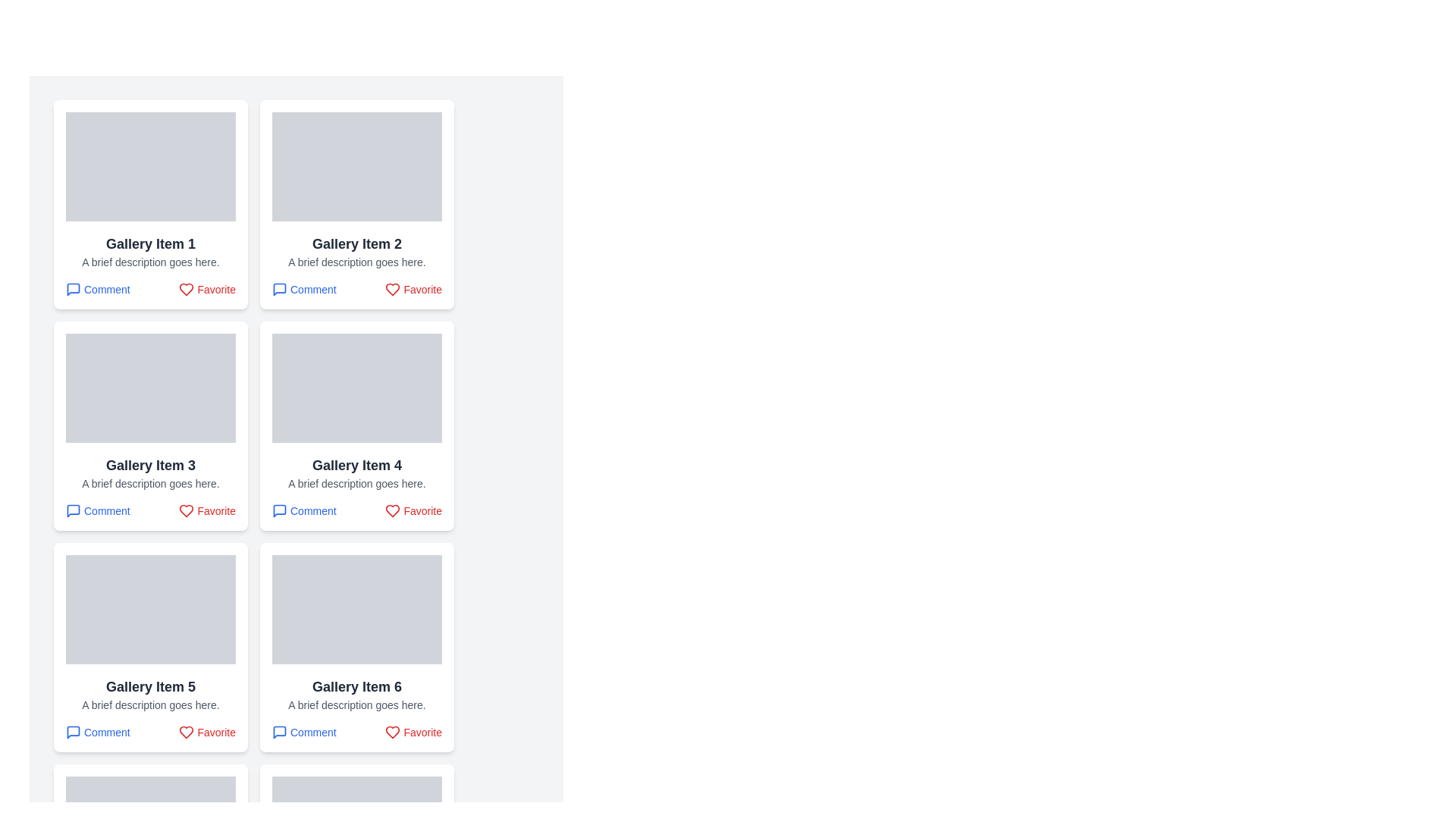 The image size is (1456, 819). What do you see at coordinates (72, 511) in the screenshot?
I see `the comment icon located on the left side of the 'Comment' text link within the 'Gallery Item 3' card in the second row, first column of the grid layout` at bounding box center [72, 511].